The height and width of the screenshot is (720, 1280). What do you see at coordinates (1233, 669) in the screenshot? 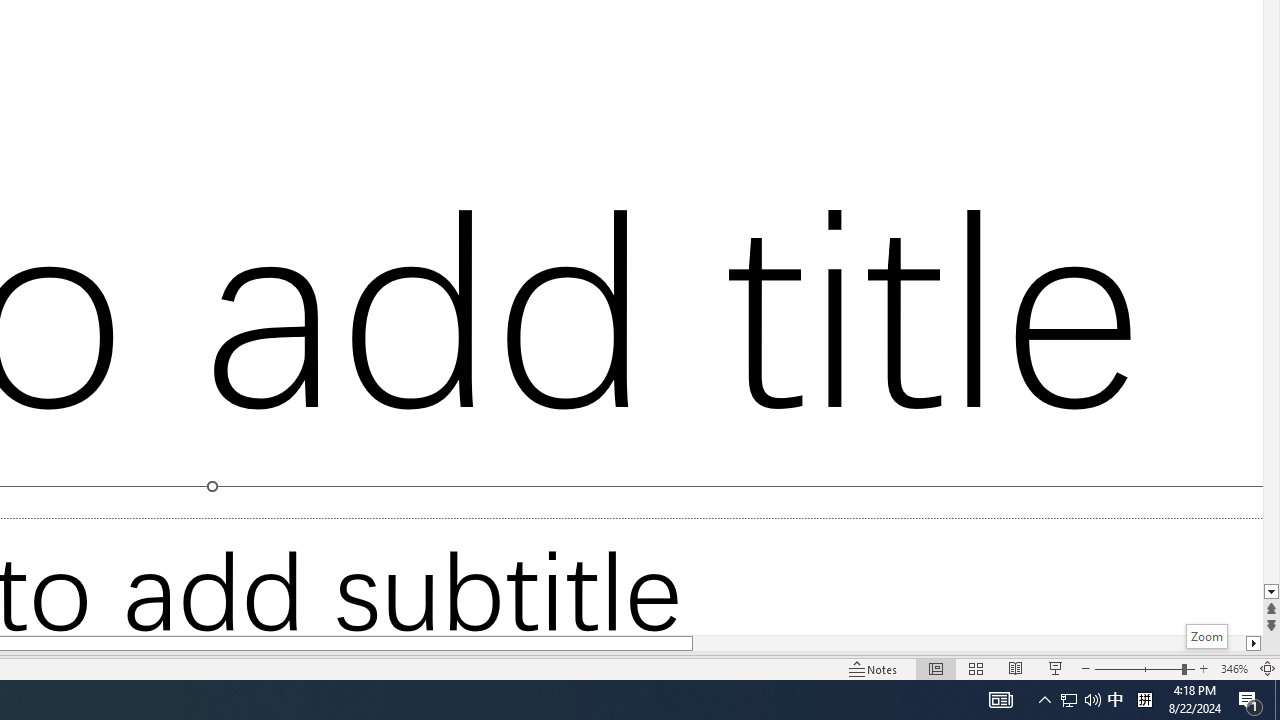
I see `'Zoom 346%'` at bounding box center [1233, 669].